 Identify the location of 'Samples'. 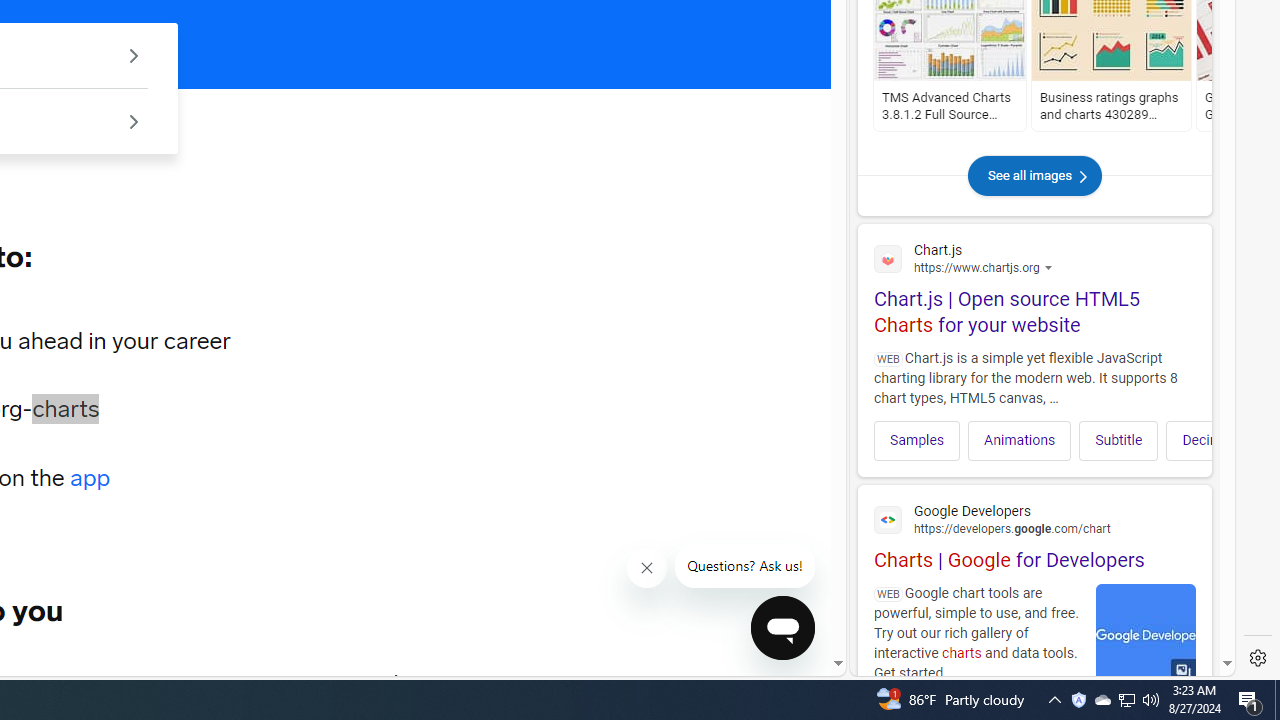
(916, 439).